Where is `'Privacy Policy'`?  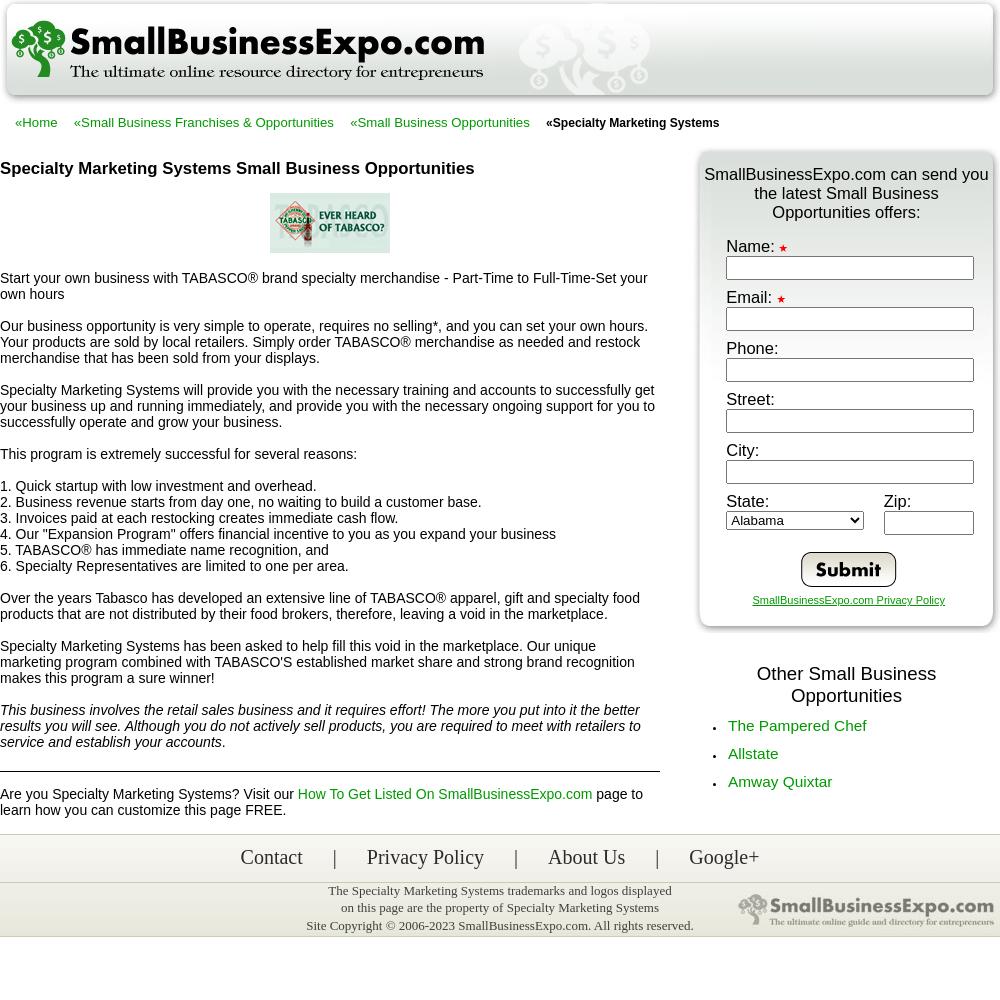 'Privacy Policy' is located at coordinates (425, 856).